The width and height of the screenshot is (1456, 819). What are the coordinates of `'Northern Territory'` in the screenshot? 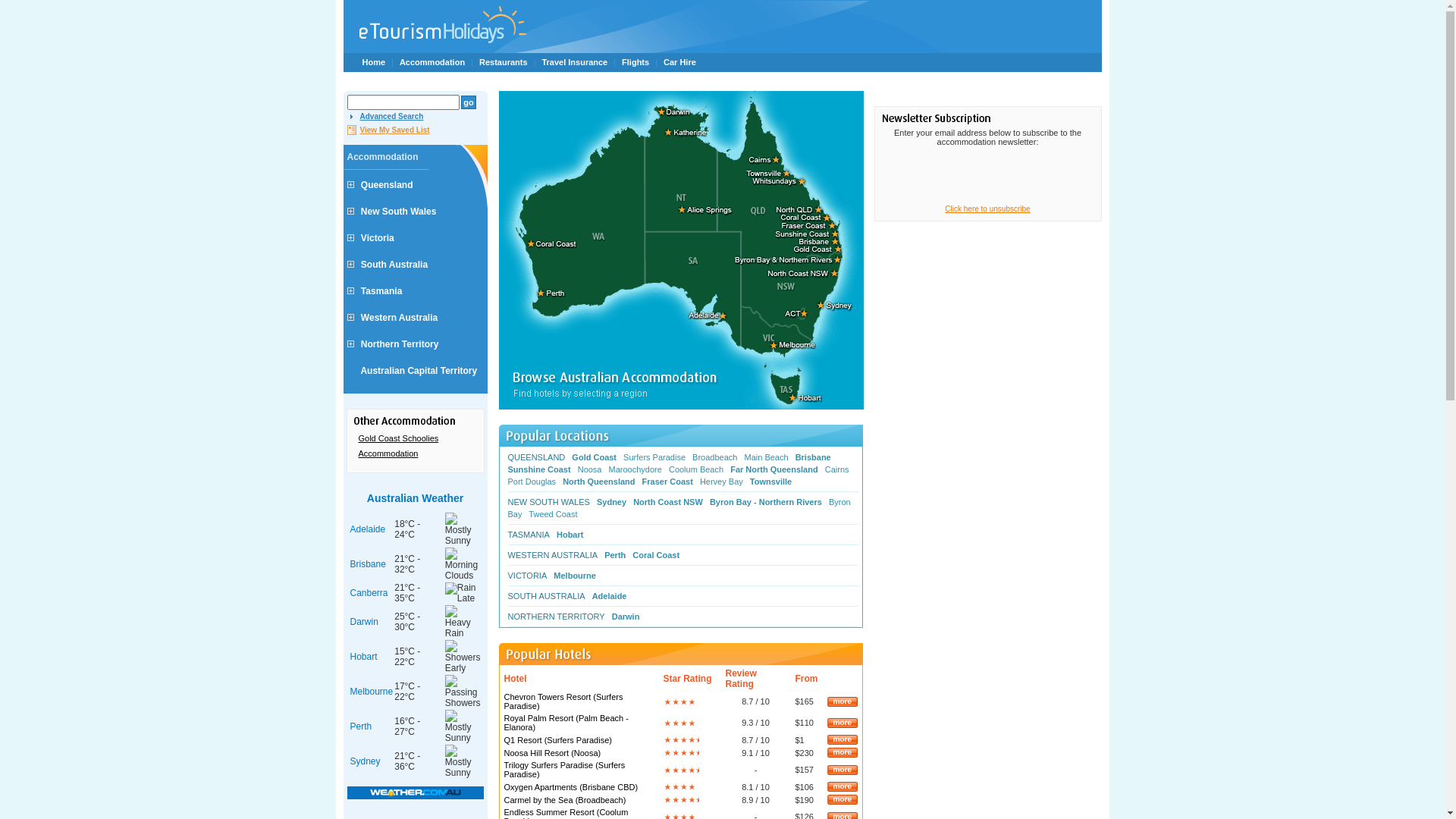 It's located at (400, 344).